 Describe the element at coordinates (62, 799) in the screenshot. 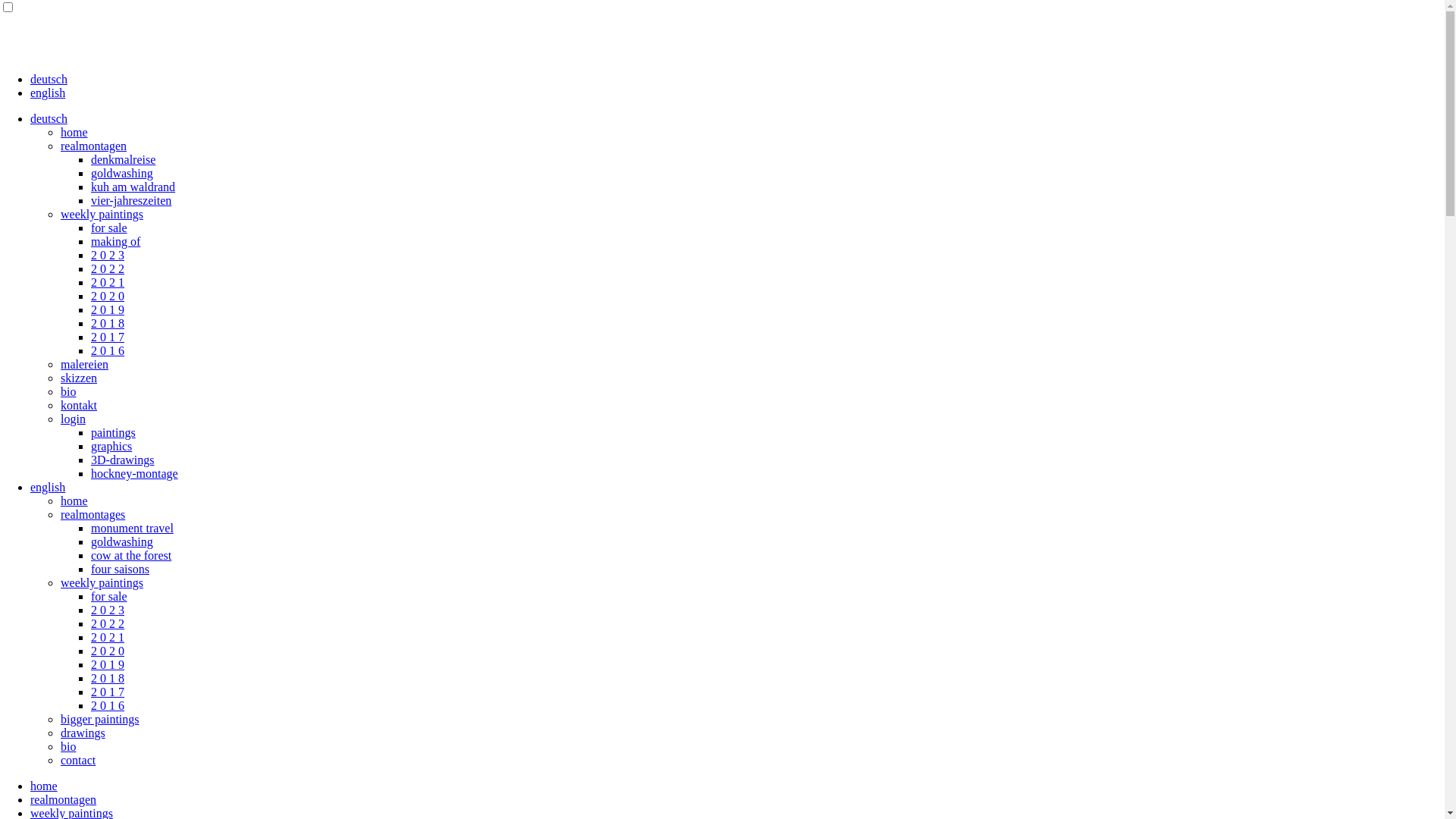

I see `'realmontagen'` at that location.